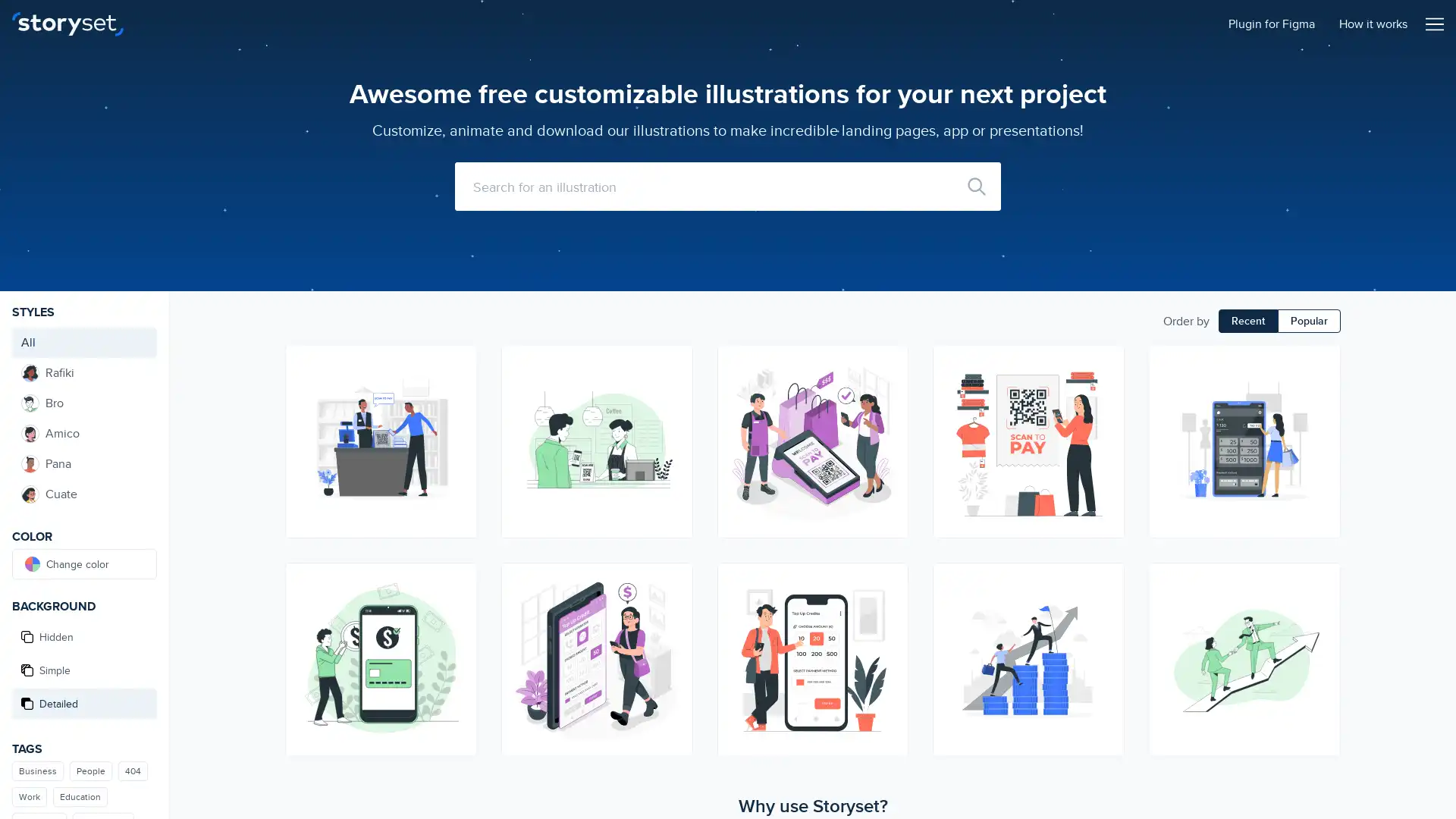 Image resolution: width=1456 pixels, height=819 pixels. Describe the element at coordinates (1106, 418) in the screenshot. I see `Pinterest icon Save` at that location.